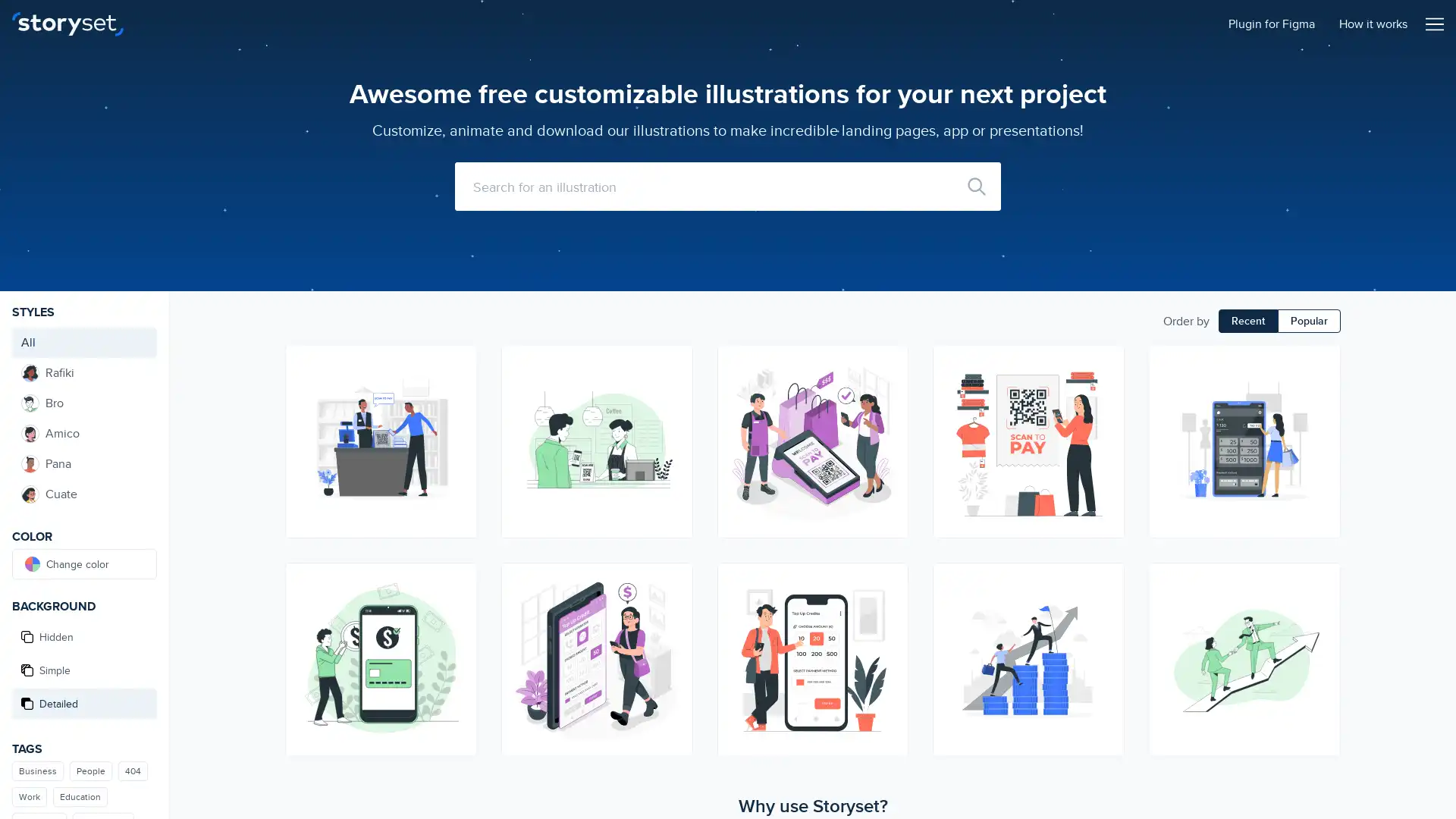 Image resolution: width=1456 pixels, height=819 pixels. Describe the element at coordinates (1106, 418) in the screenshot. I see `Pinterest icon Save` at that location.